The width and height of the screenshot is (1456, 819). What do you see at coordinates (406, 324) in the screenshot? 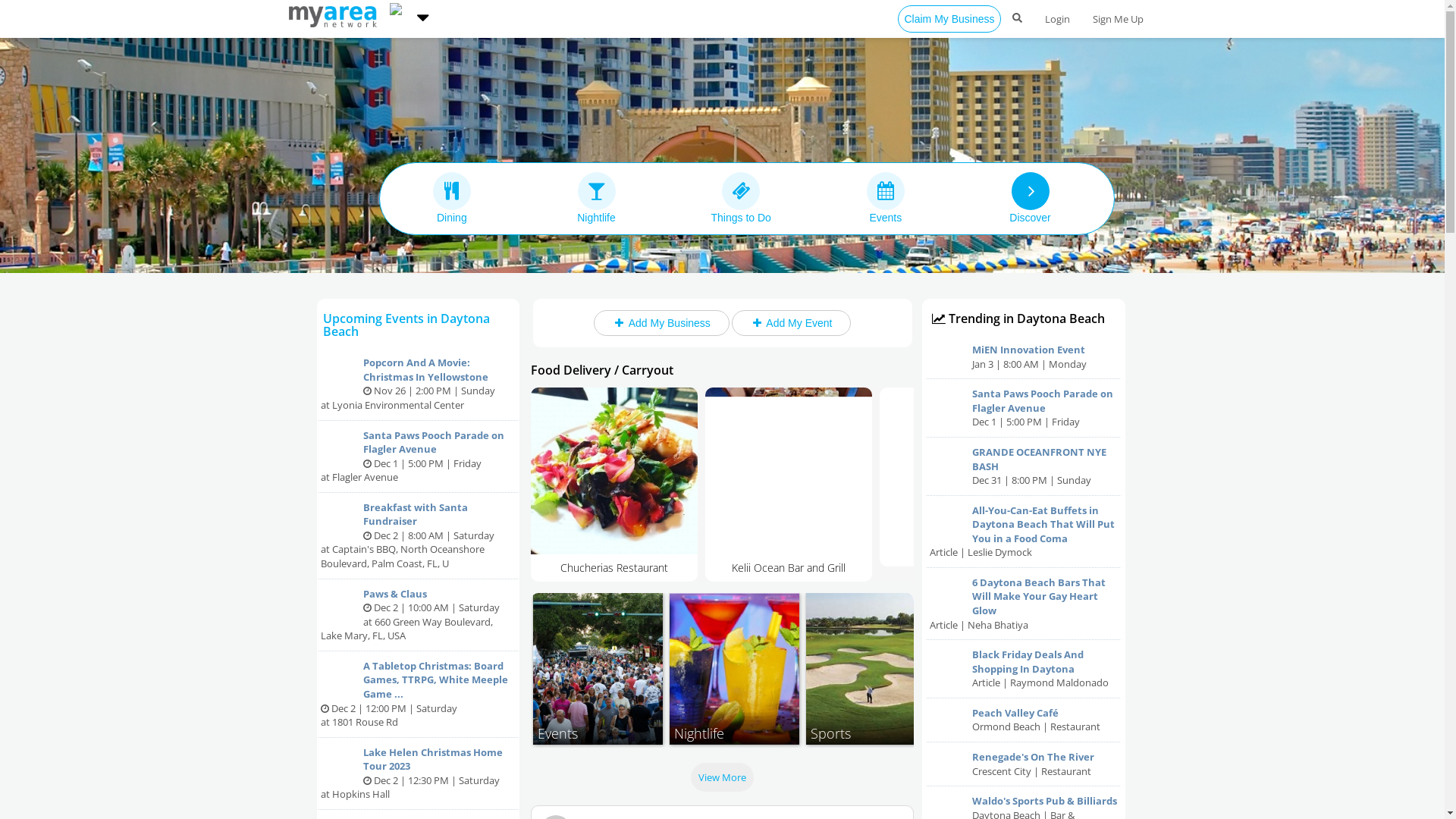
I see `'Upcoming Events in Daytona Beach'` at bounding box center [406, 324].